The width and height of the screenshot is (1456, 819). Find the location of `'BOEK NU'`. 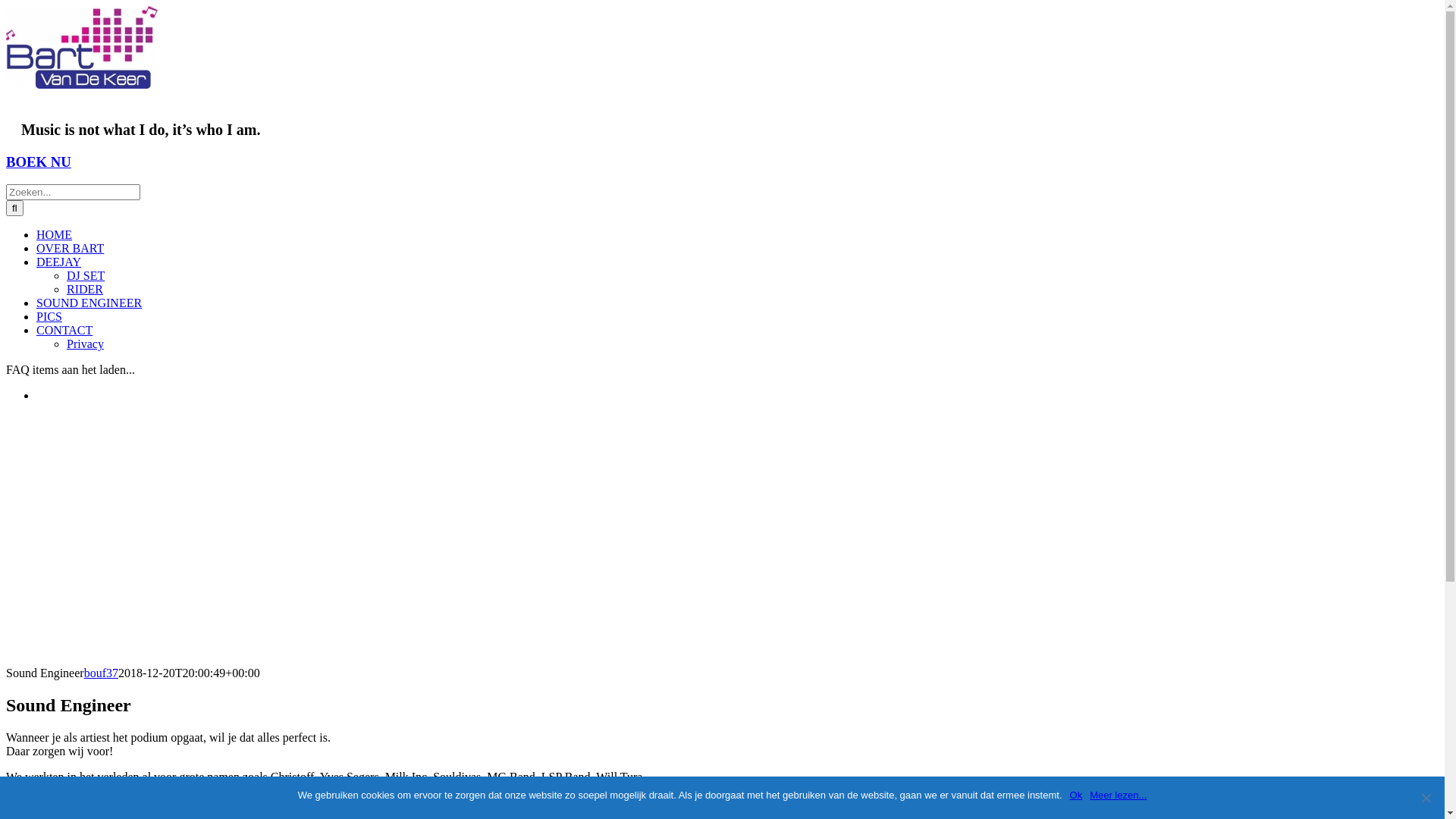

'BOEK NU' is located at coordinates (6, 162).